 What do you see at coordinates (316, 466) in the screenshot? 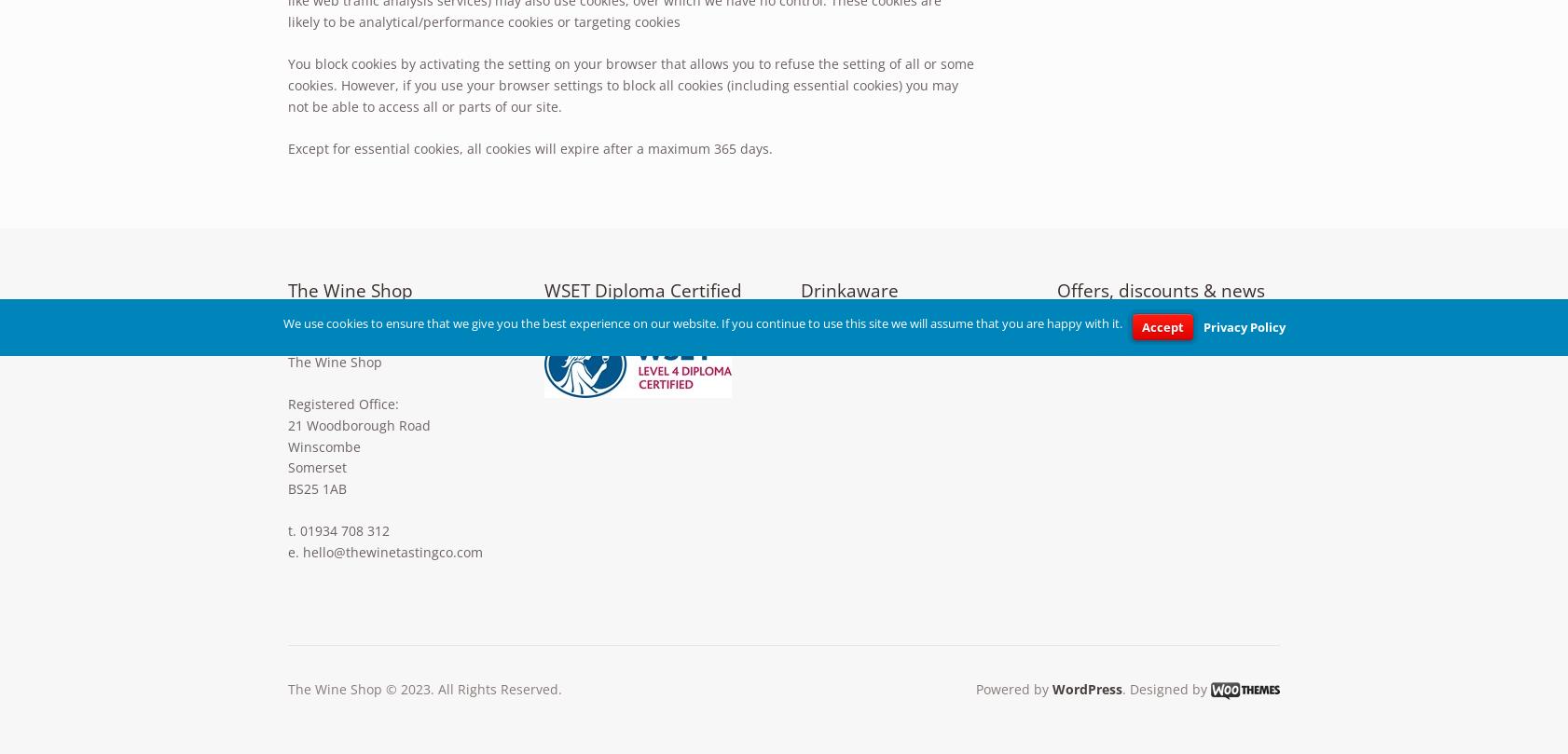
I see `'Somerset'` at bounding box center [316, 466].